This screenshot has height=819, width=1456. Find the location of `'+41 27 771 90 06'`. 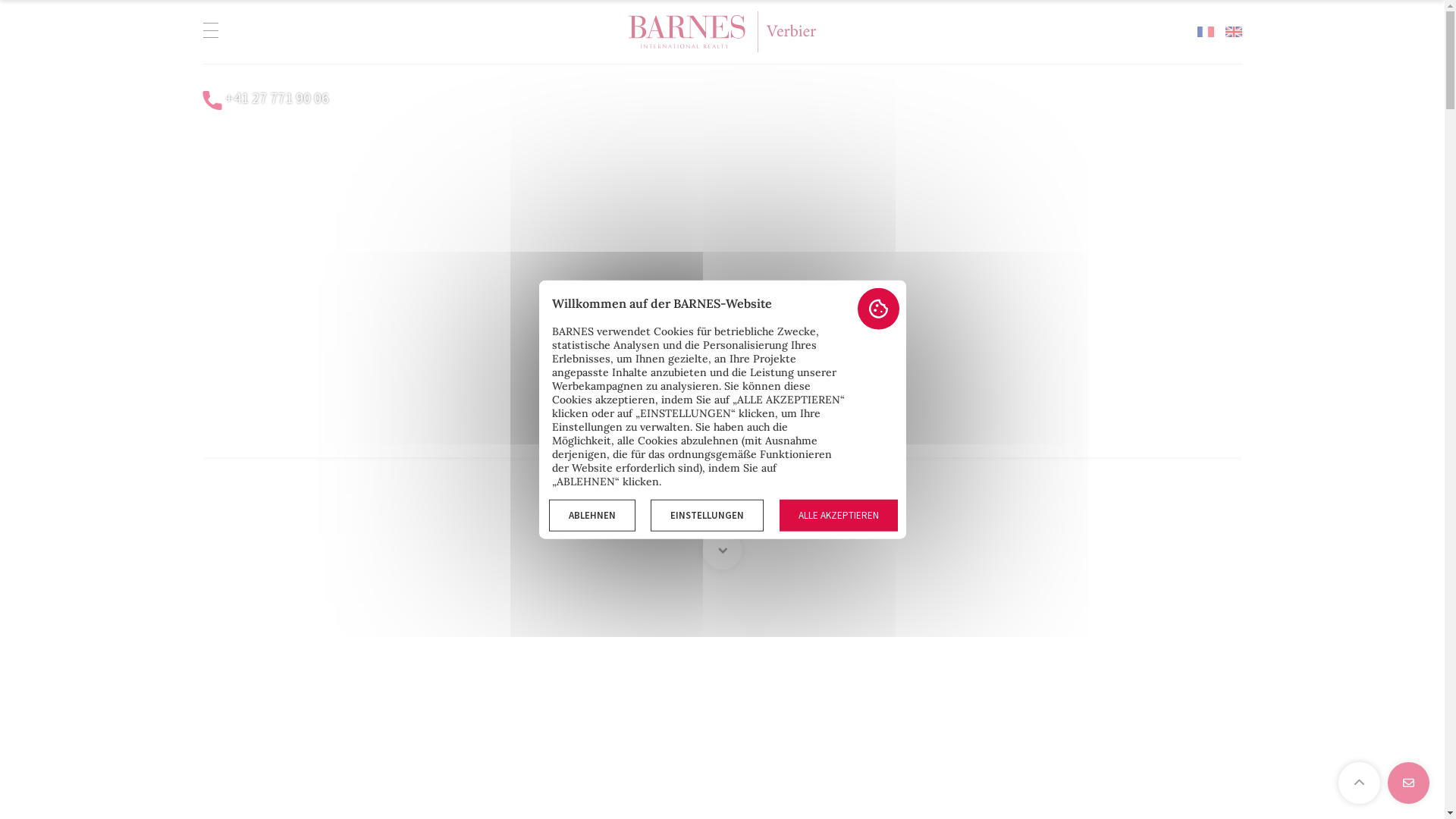

'+41 27 771 90 06' is located at coordinates (276, 97).